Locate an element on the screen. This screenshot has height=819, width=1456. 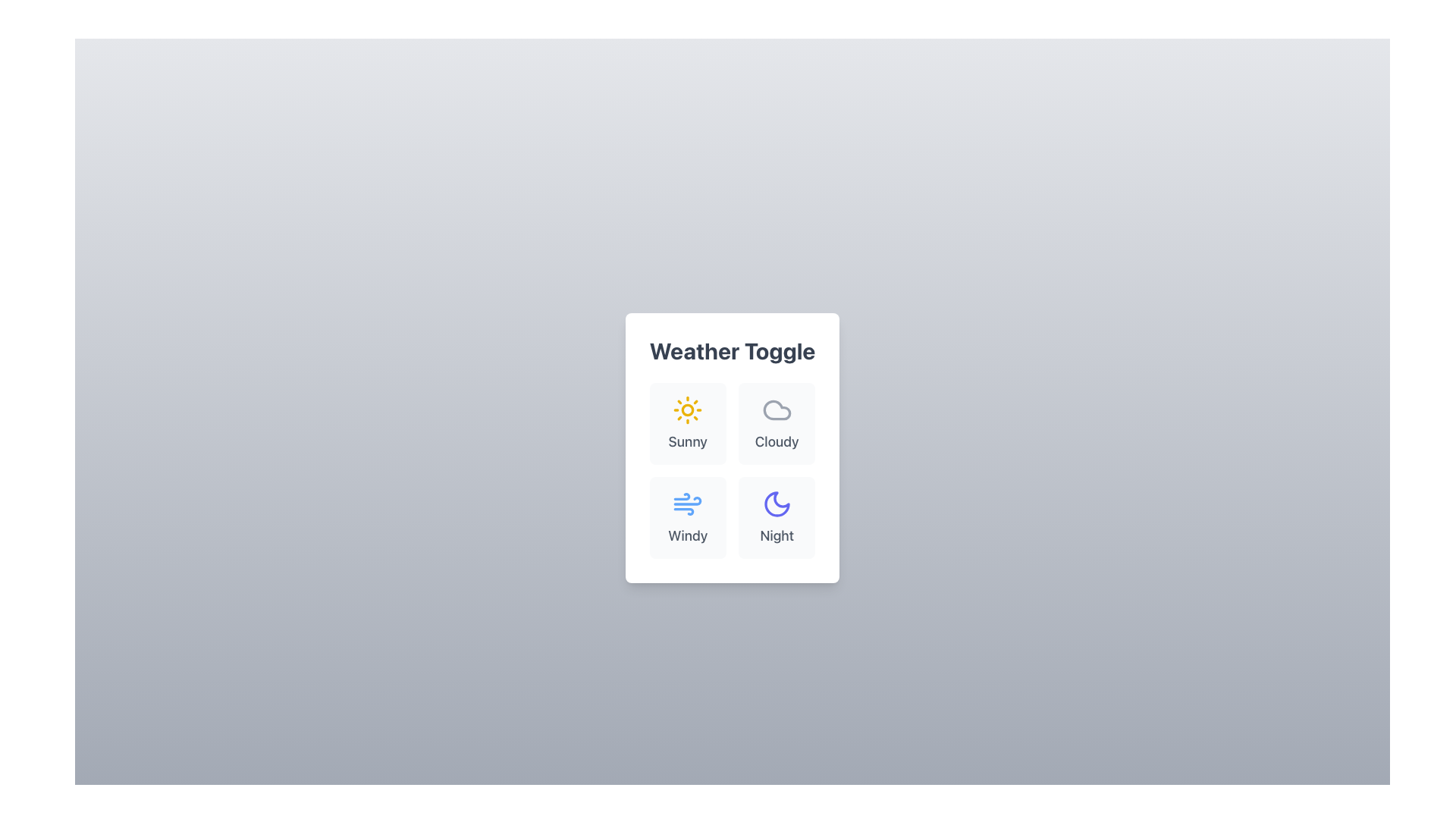
the 'Night' mode icon button in the weather-toggle interface is located at coordinates (777, 504).